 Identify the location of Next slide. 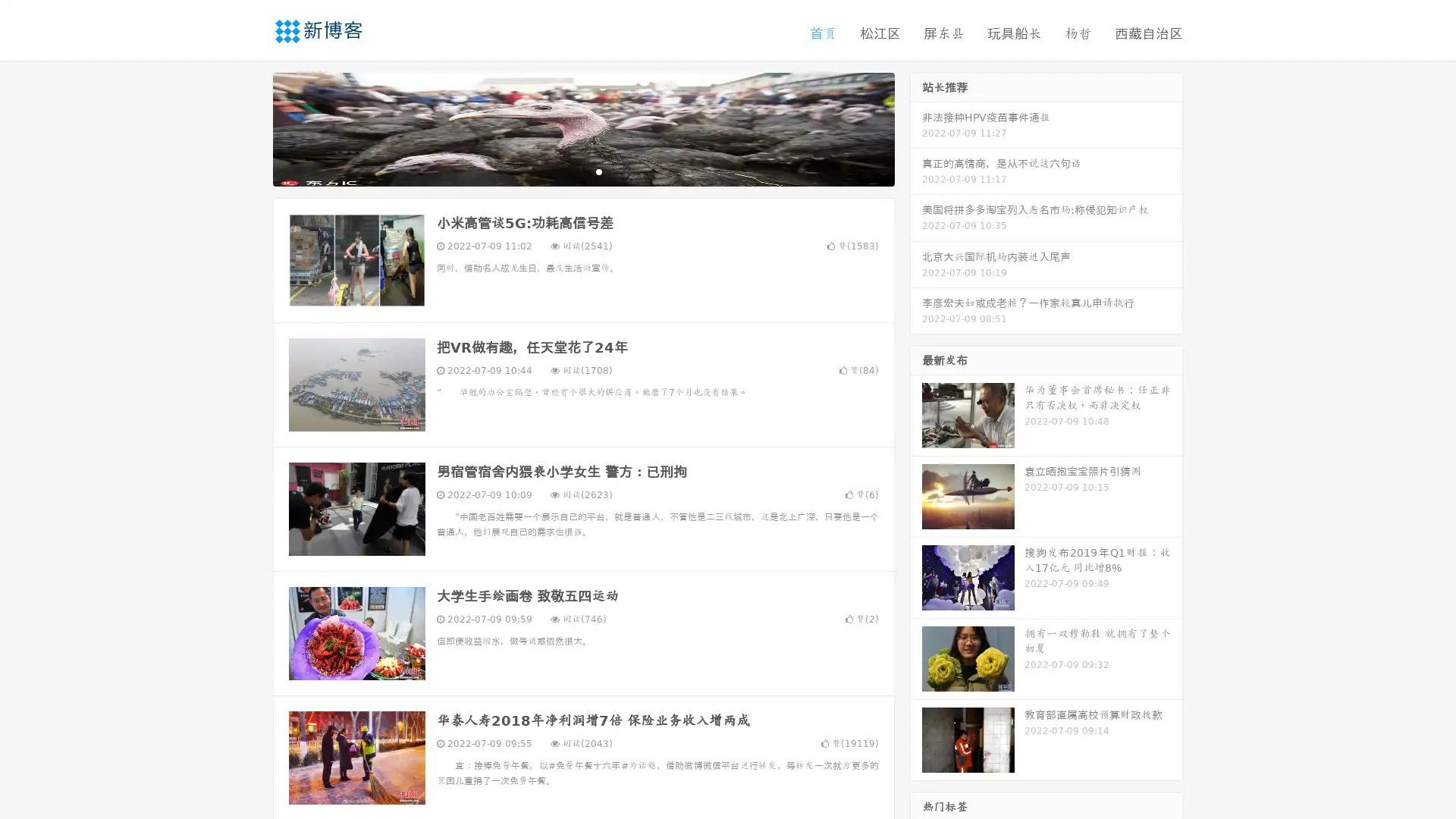
(916, 127).